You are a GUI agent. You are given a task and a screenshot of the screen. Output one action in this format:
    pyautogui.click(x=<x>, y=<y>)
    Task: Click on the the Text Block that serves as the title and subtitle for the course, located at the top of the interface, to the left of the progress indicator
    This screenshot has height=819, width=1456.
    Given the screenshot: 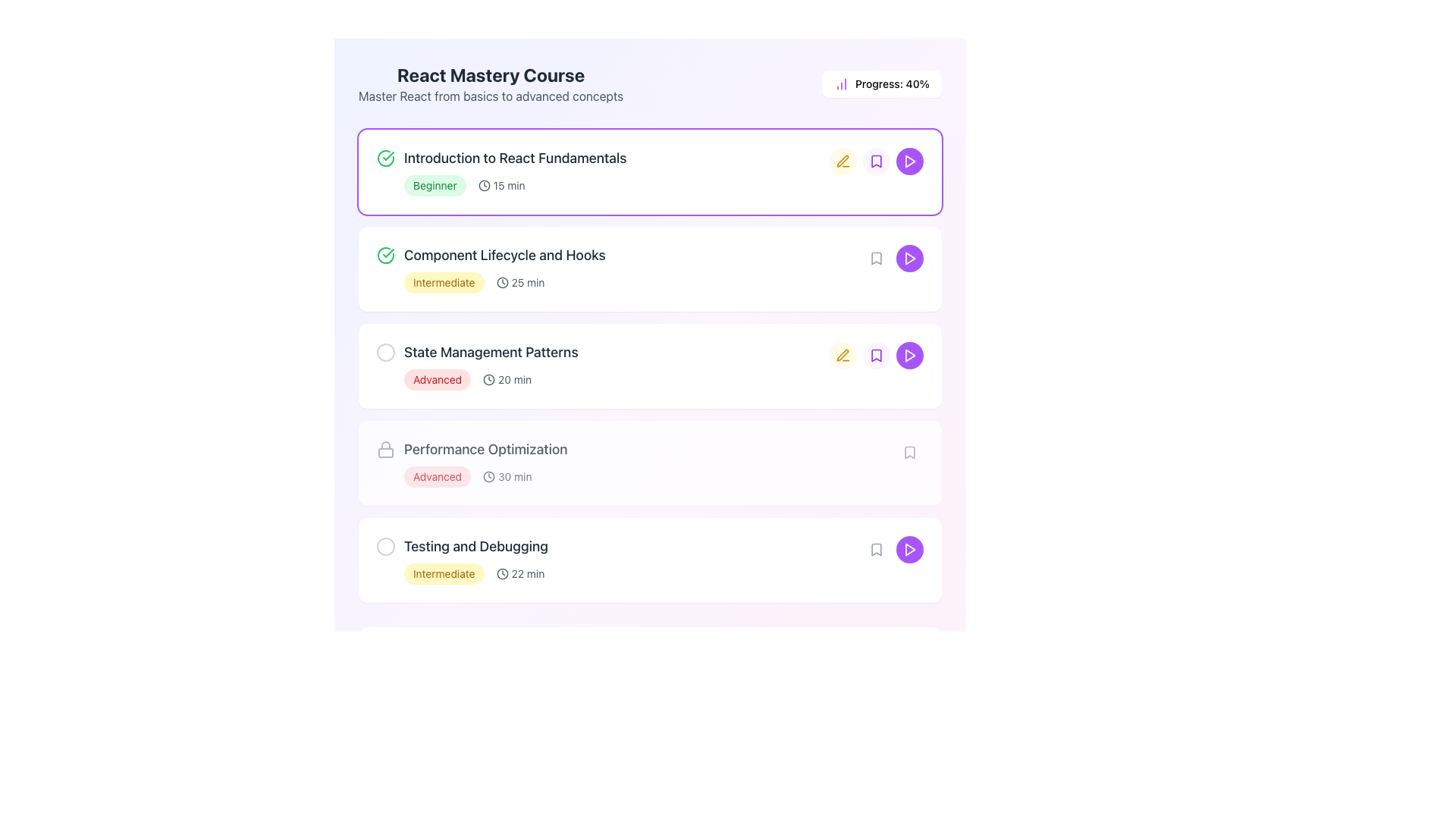 What is the action you would take?
    pyautogui.click(x=491, y=84)
    